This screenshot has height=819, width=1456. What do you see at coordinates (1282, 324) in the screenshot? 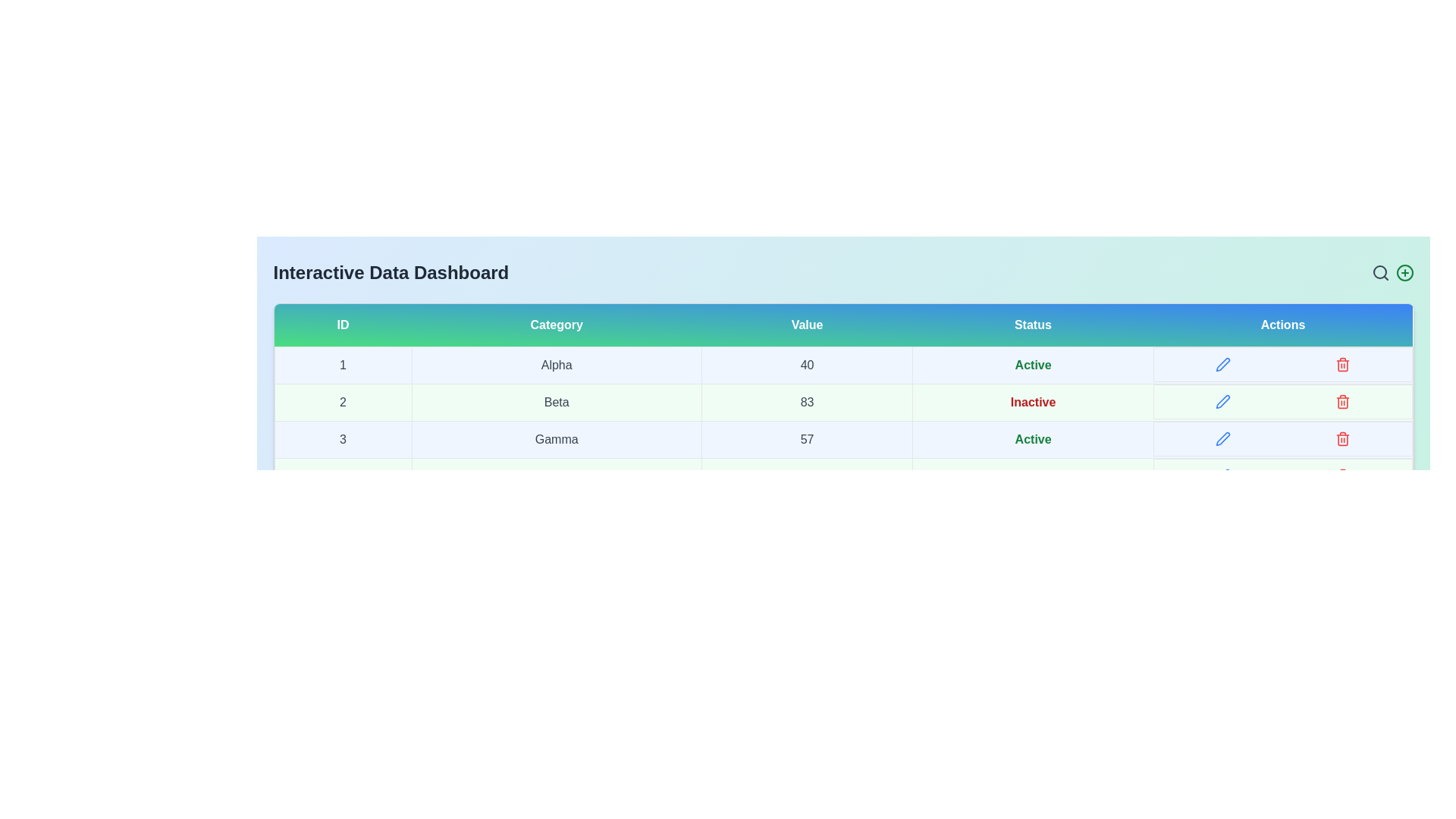
I see `the table header Actions to sort or filter the data` at bounding box center [1282, 324].